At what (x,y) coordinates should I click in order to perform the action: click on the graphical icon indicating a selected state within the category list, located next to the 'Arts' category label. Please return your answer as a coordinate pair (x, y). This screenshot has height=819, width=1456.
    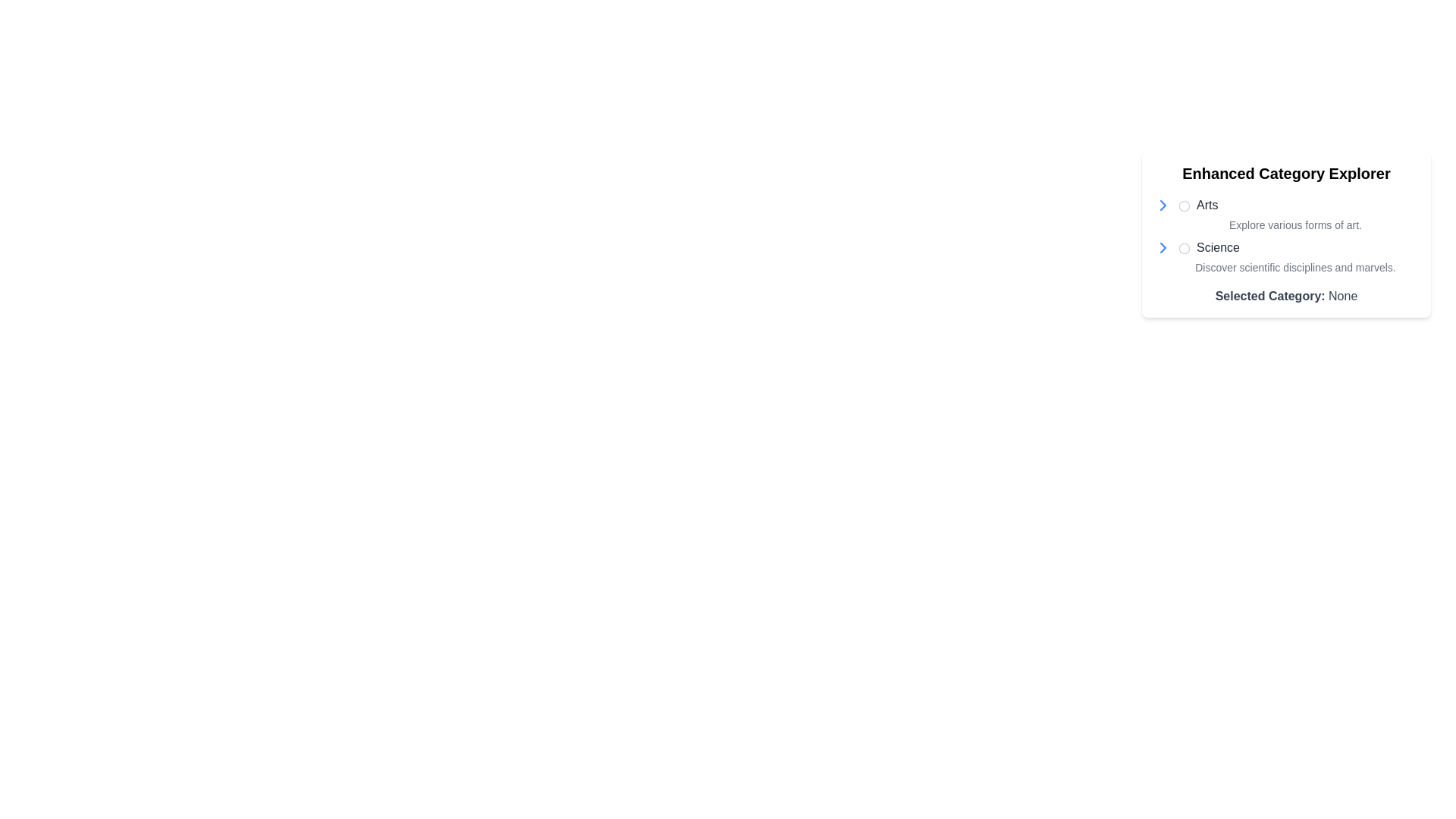
    Looking at the image, I should click on (1183, 205).